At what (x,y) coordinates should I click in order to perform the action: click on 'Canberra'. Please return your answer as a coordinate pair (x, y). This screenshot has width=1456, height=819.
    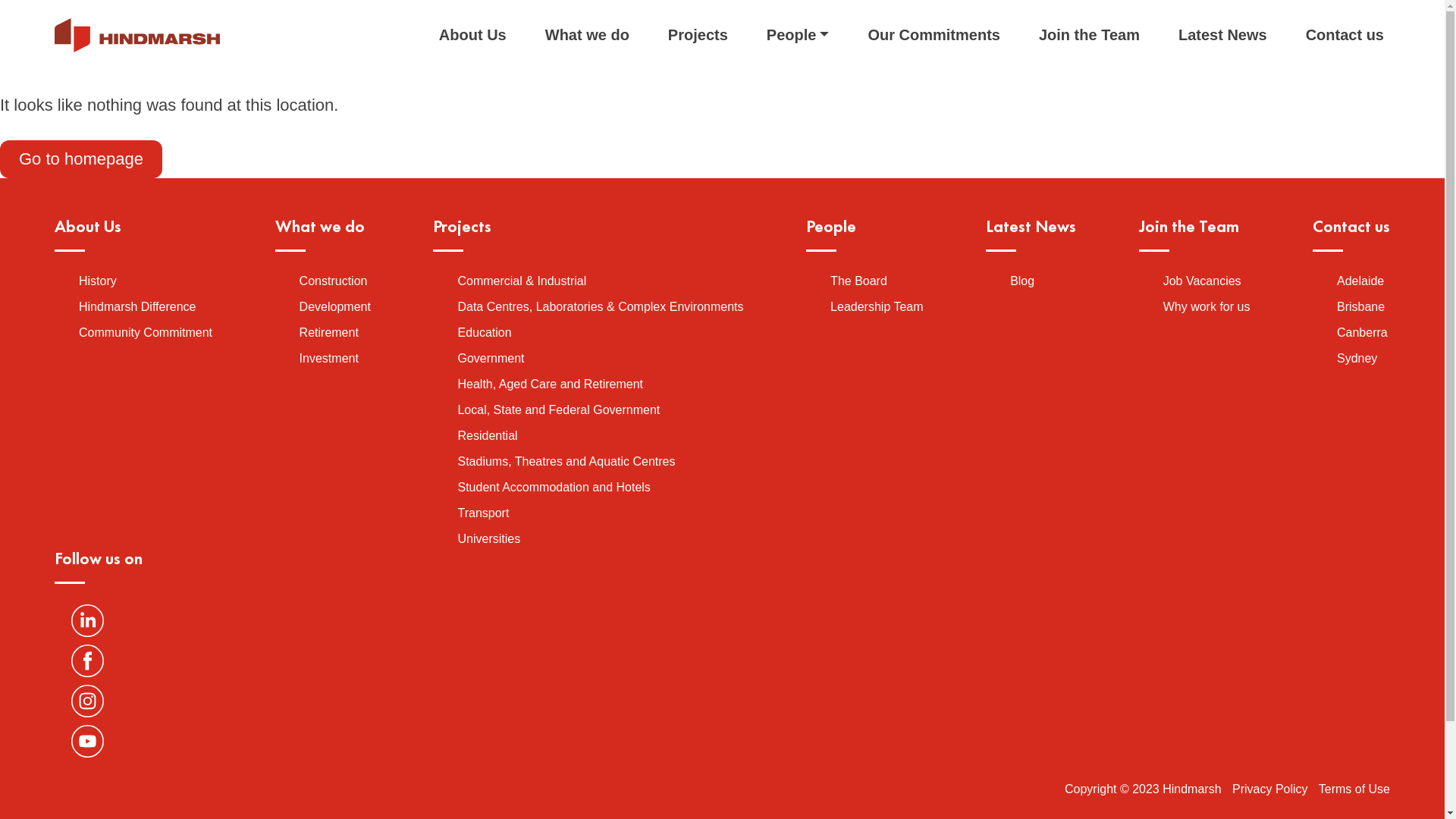
    Looking at the image, I should click on (1362, 331).